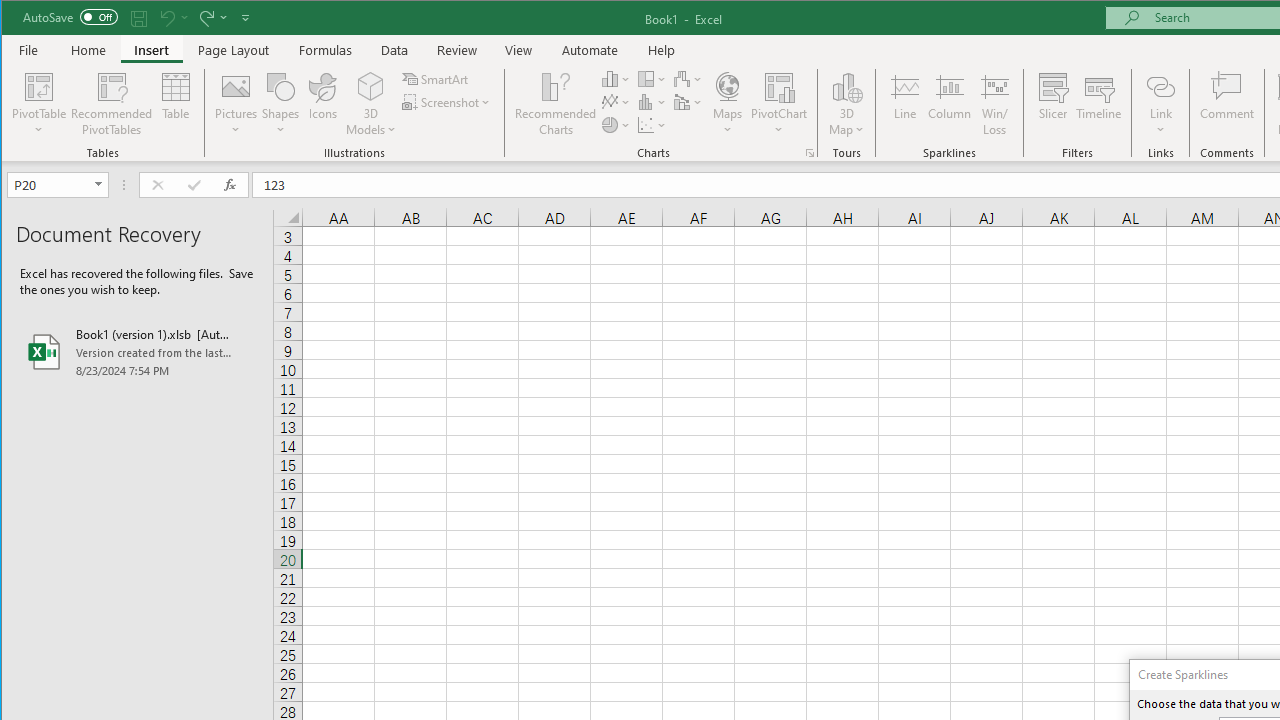  Describe the element at coordinates (176, 104) in the screenshot. I see `'Table'` at that location.